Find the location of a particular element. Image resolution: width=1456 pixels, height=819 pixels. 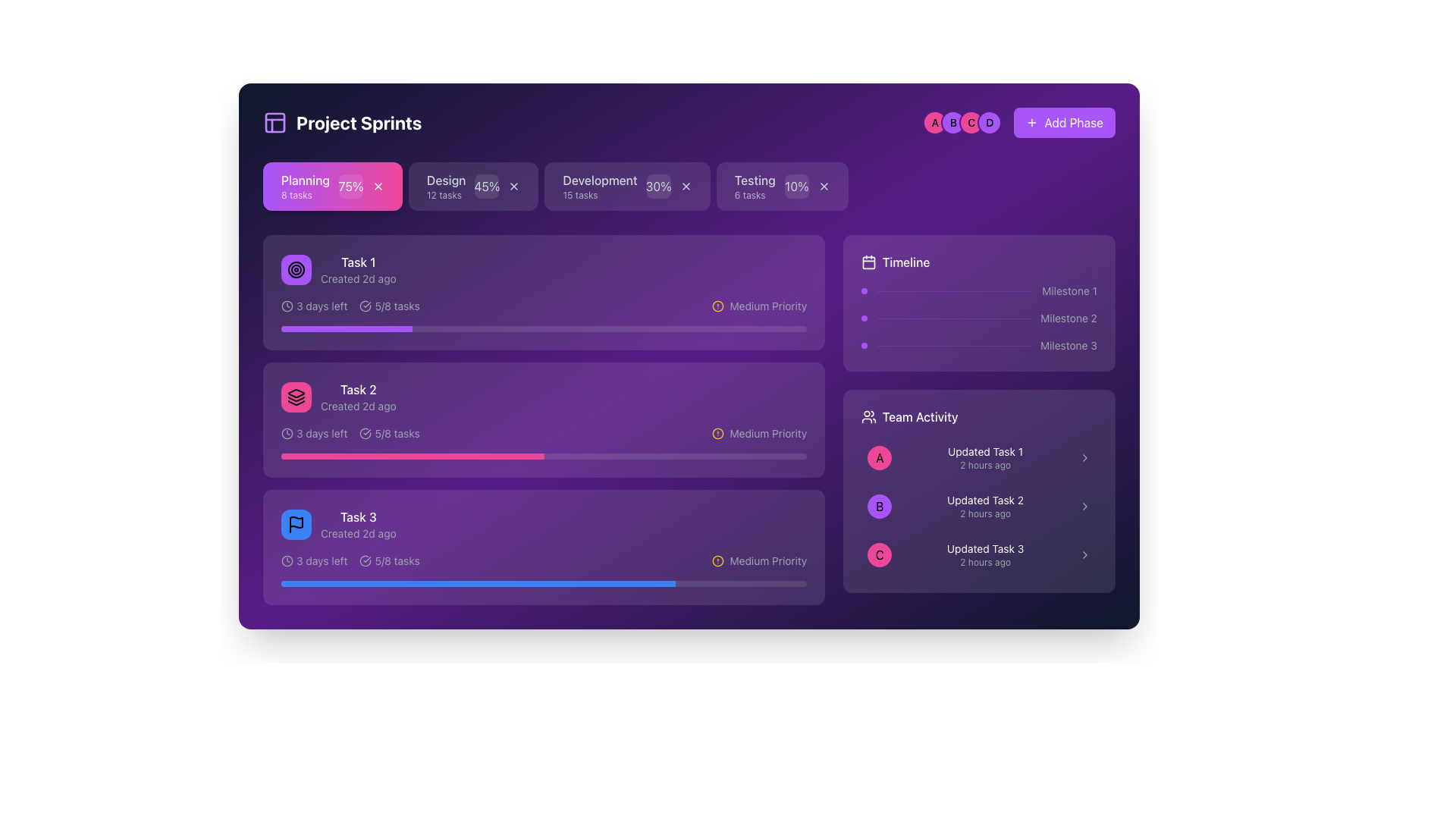

the text label reading 'Medium Priority' which is styled in light typography against a dark purple background, located to the right of the third task's progress bar in the project management interface is located at coordinates (768, 561).